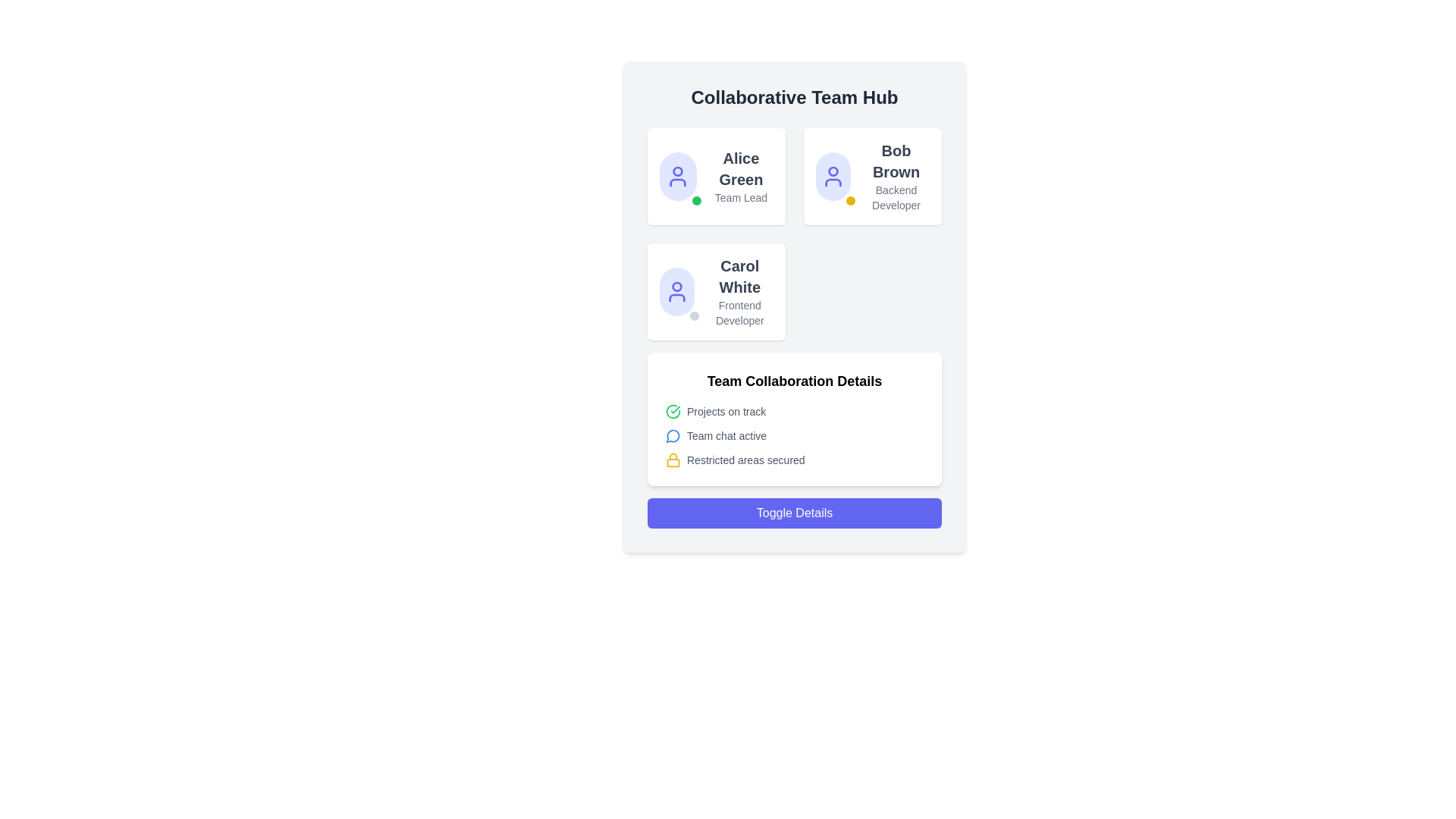 The height and width of the screenshot is (819, 1456). I want to click on the text element that represents the name of the individual in the profile card, located in the second row, first column of the 'Collaborative Team Hub' section, so click(739, 277).